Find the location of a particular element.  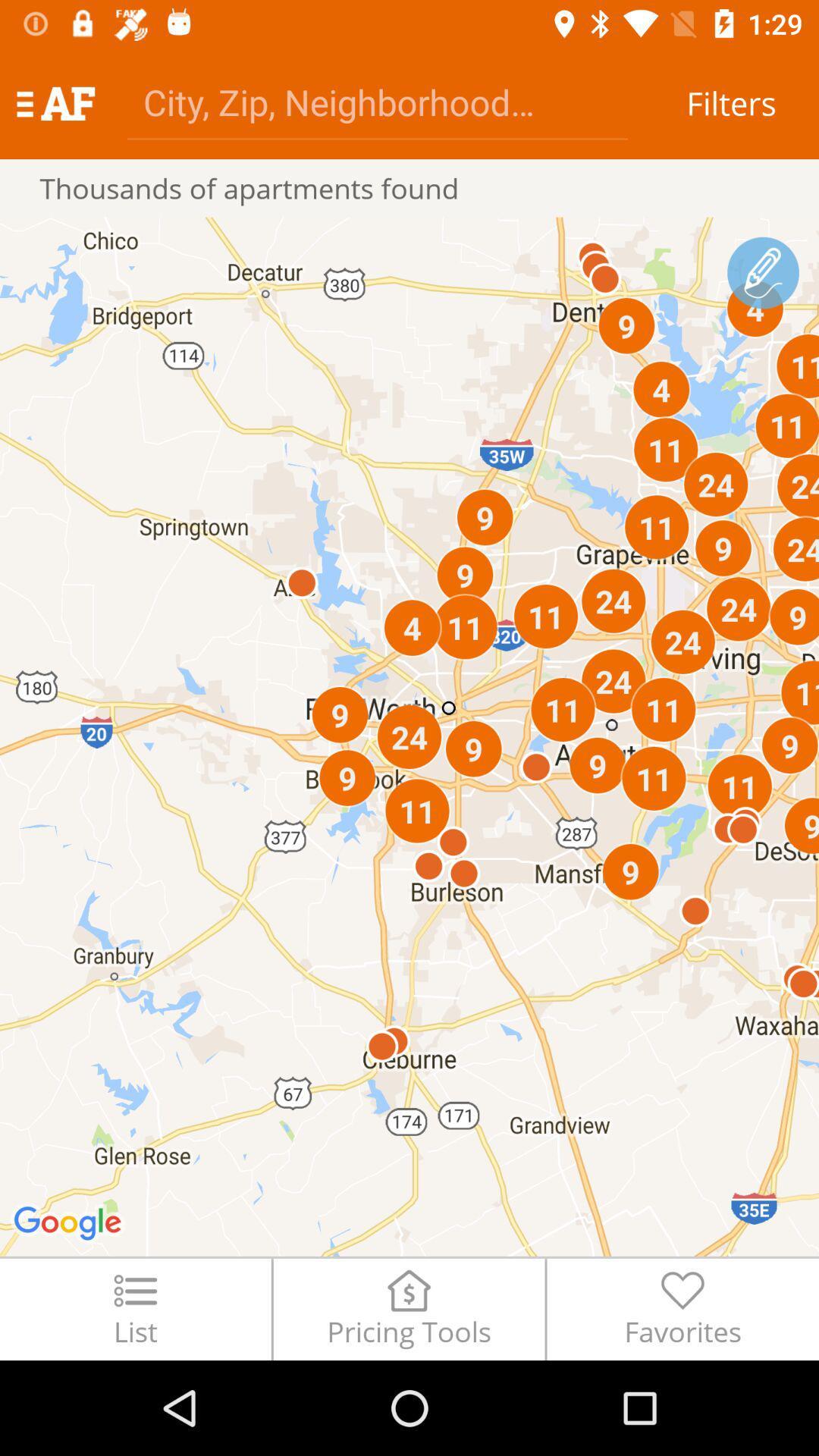

plot a route on the map is located at coordinates (763, 273).